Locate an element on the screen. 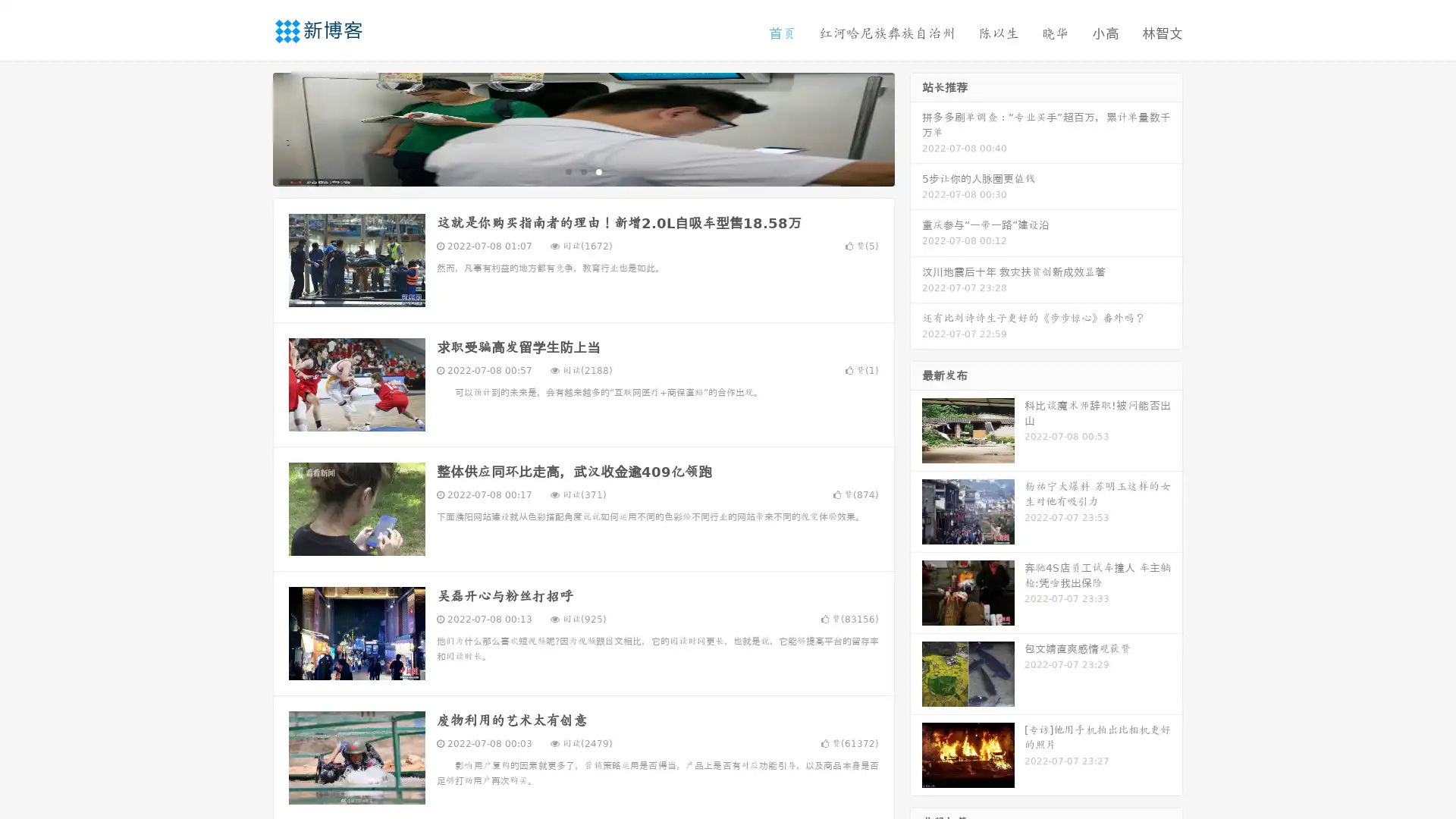  Go to slide 1 is located at coordinates (567, 171).